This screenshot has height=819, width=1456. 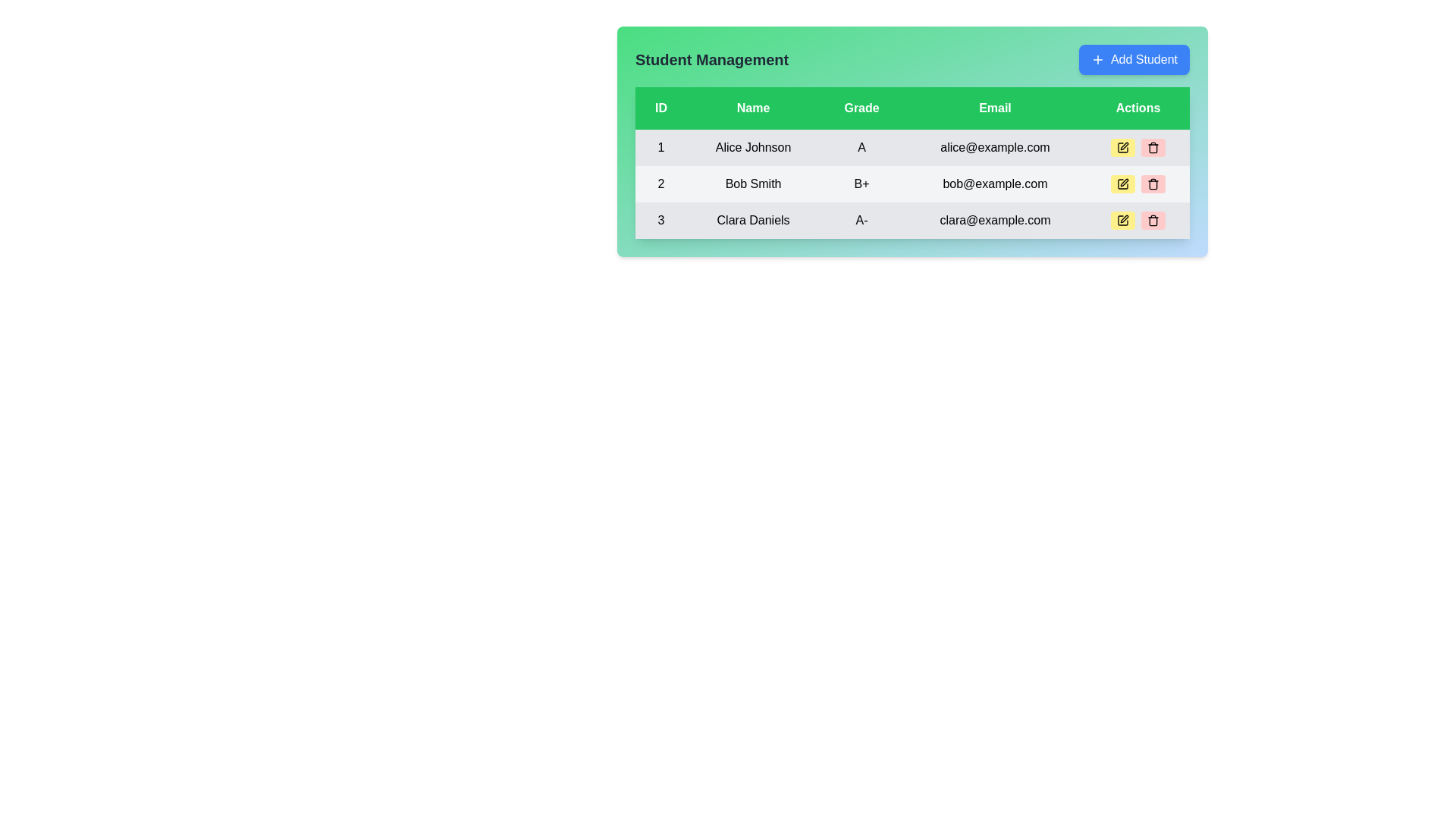 What do you see at coordinates (753, 148) in the screenshot?
I see `the text label displaying 'Alice Johnson'` at bounding box center [753, 148].